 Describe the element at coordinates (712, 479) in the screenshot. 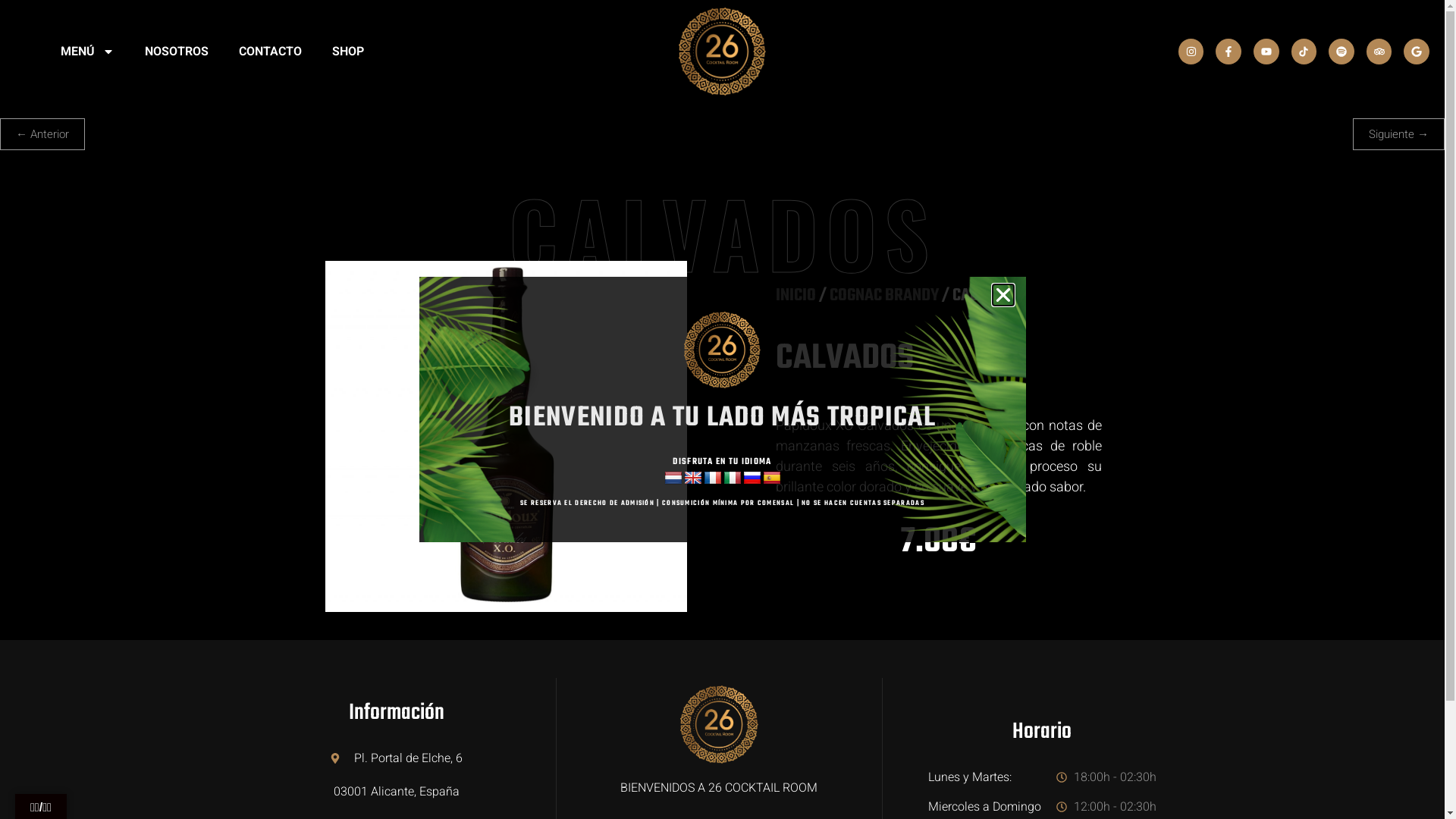

I see `'French'` at that location.